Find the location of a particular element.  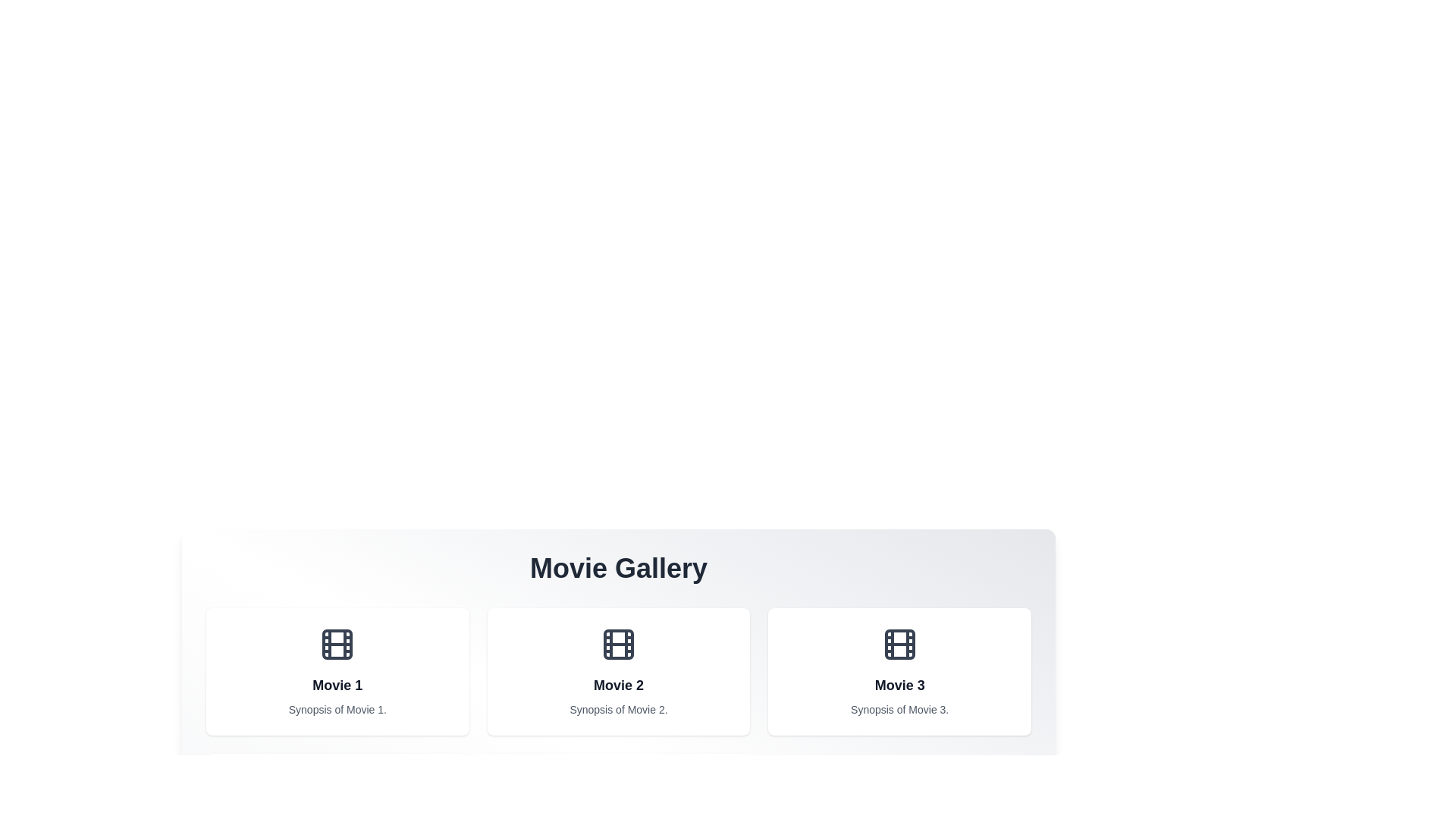

the static text element that serves as the title of the movie, located in the first card on the far left of a row of movie containers is located at coordinates (337, 685).